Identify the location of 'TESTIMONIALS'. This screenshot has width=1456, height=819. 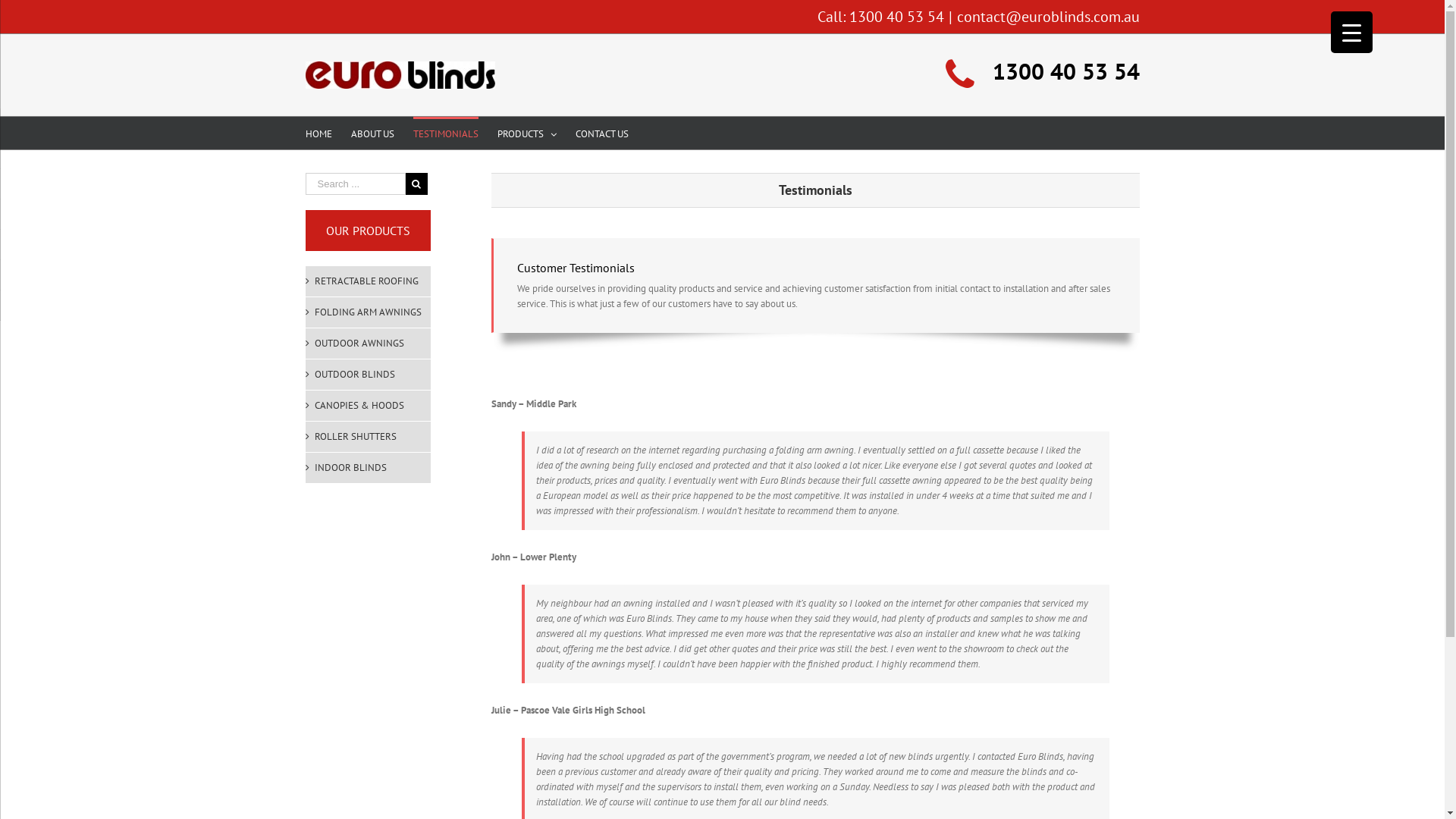
(444, 132).